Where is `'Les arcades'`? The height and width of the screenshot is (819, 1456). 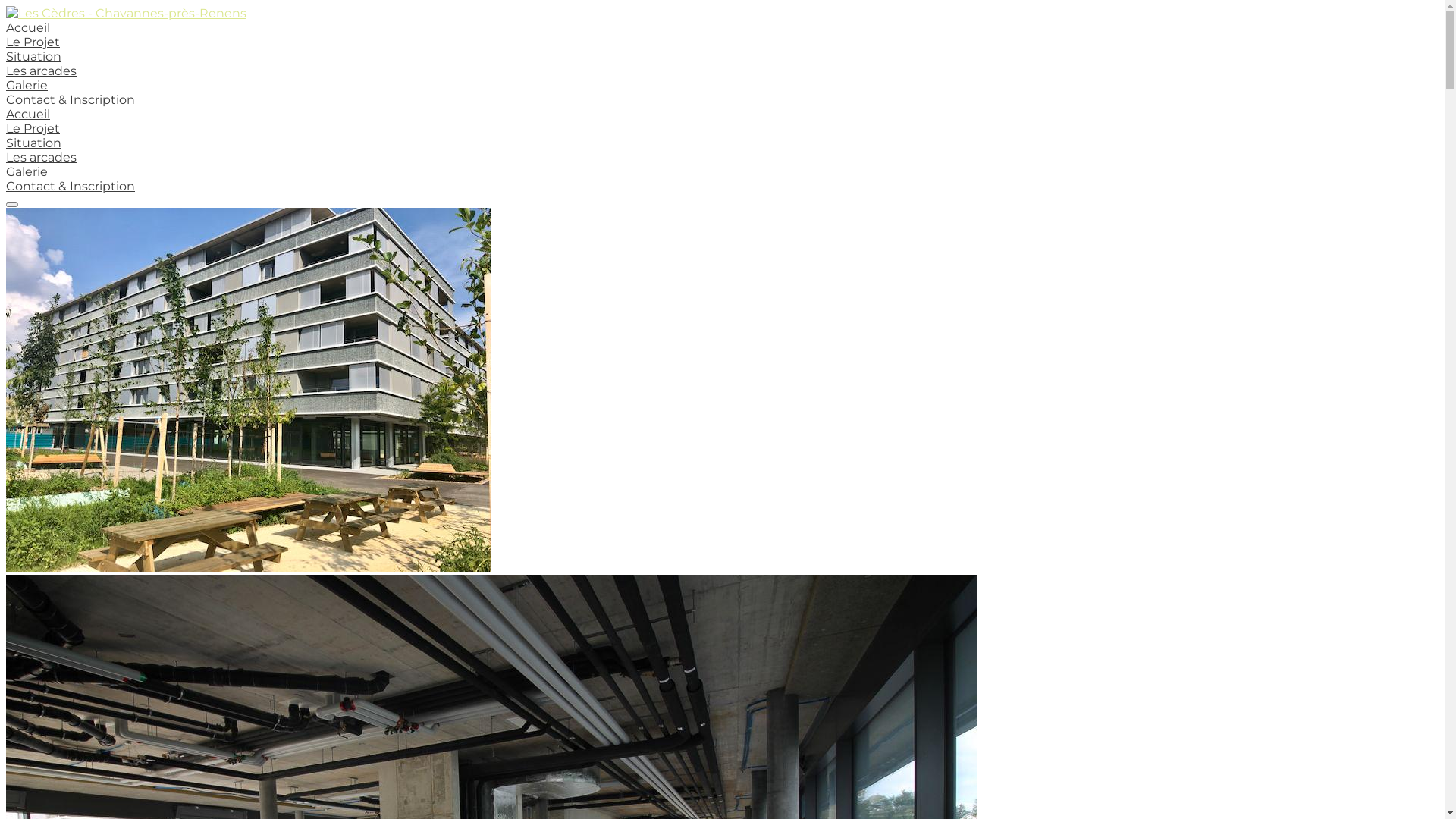 'Les arcades' is located at coordinates (41, 157).